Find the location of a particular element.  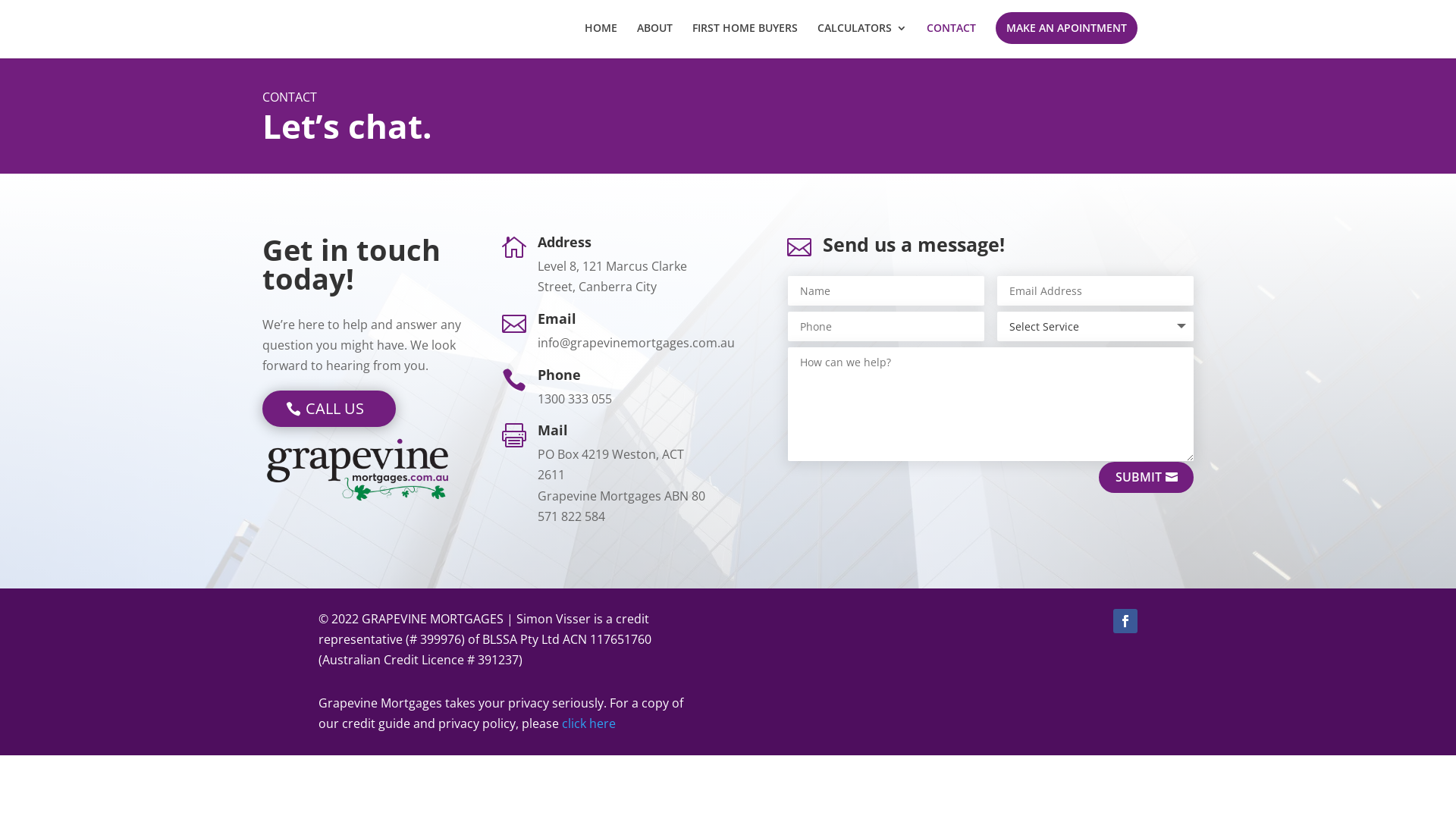

'Email' is located at coordinates (556, 318).